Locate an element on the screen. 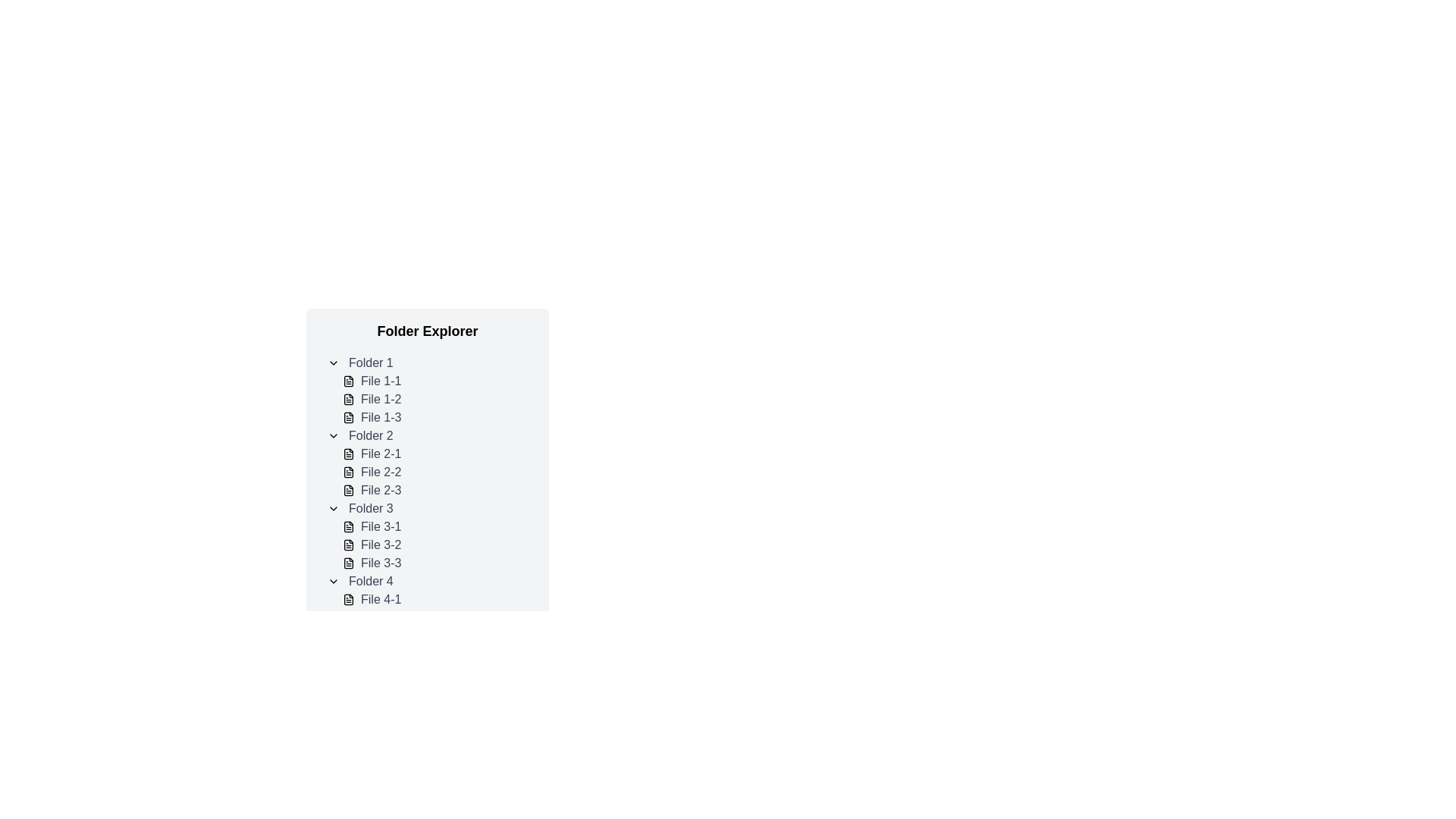 The width and height of the screenshot is (1456, 819). the toggle button is located at coordinates (333, 509).